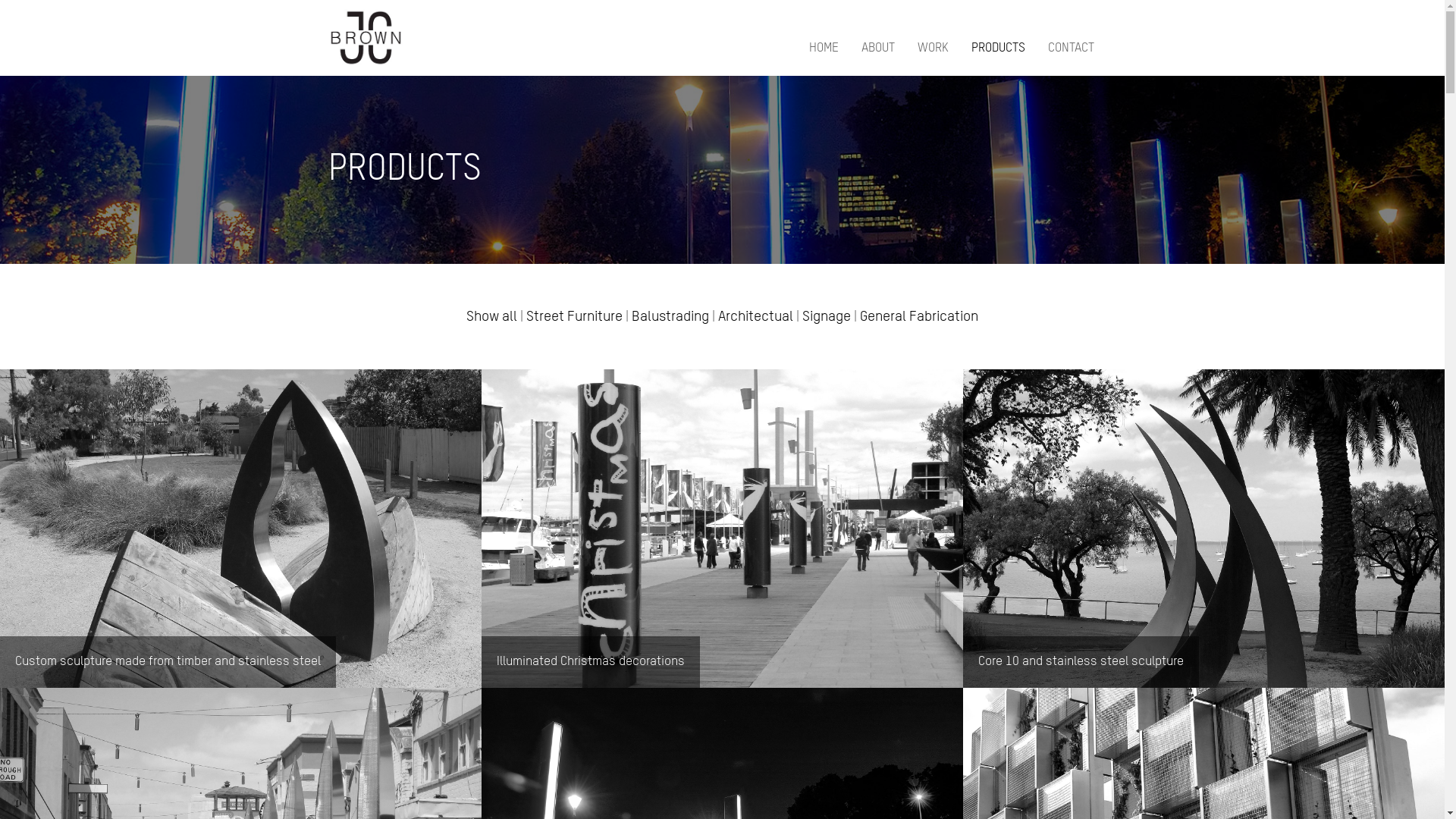  I want to click on 'Balustrading', so click(669, 315).